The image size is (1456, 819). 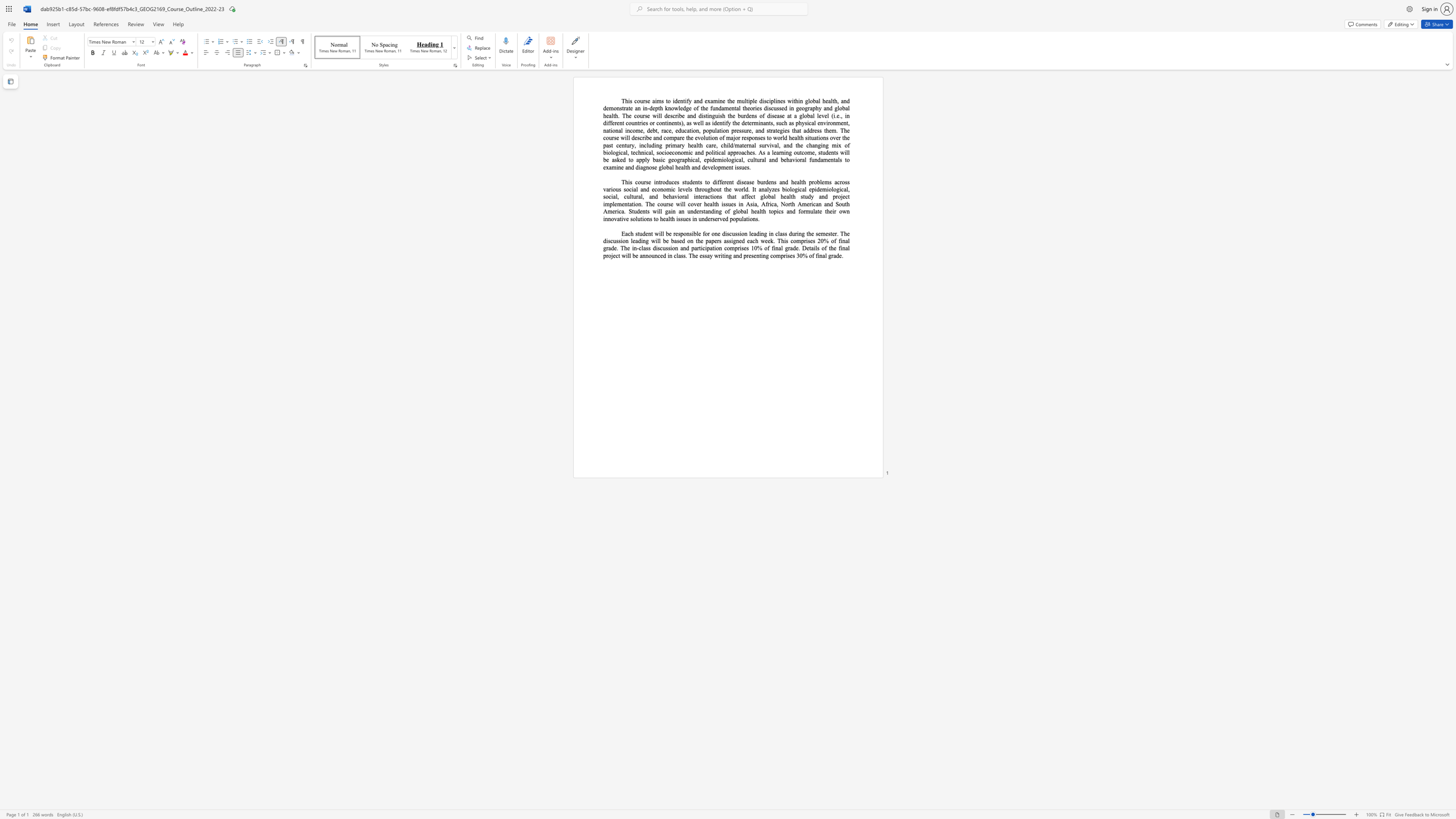 I want to click on the 2th character "d" in the text, so click(x=700, y=101).